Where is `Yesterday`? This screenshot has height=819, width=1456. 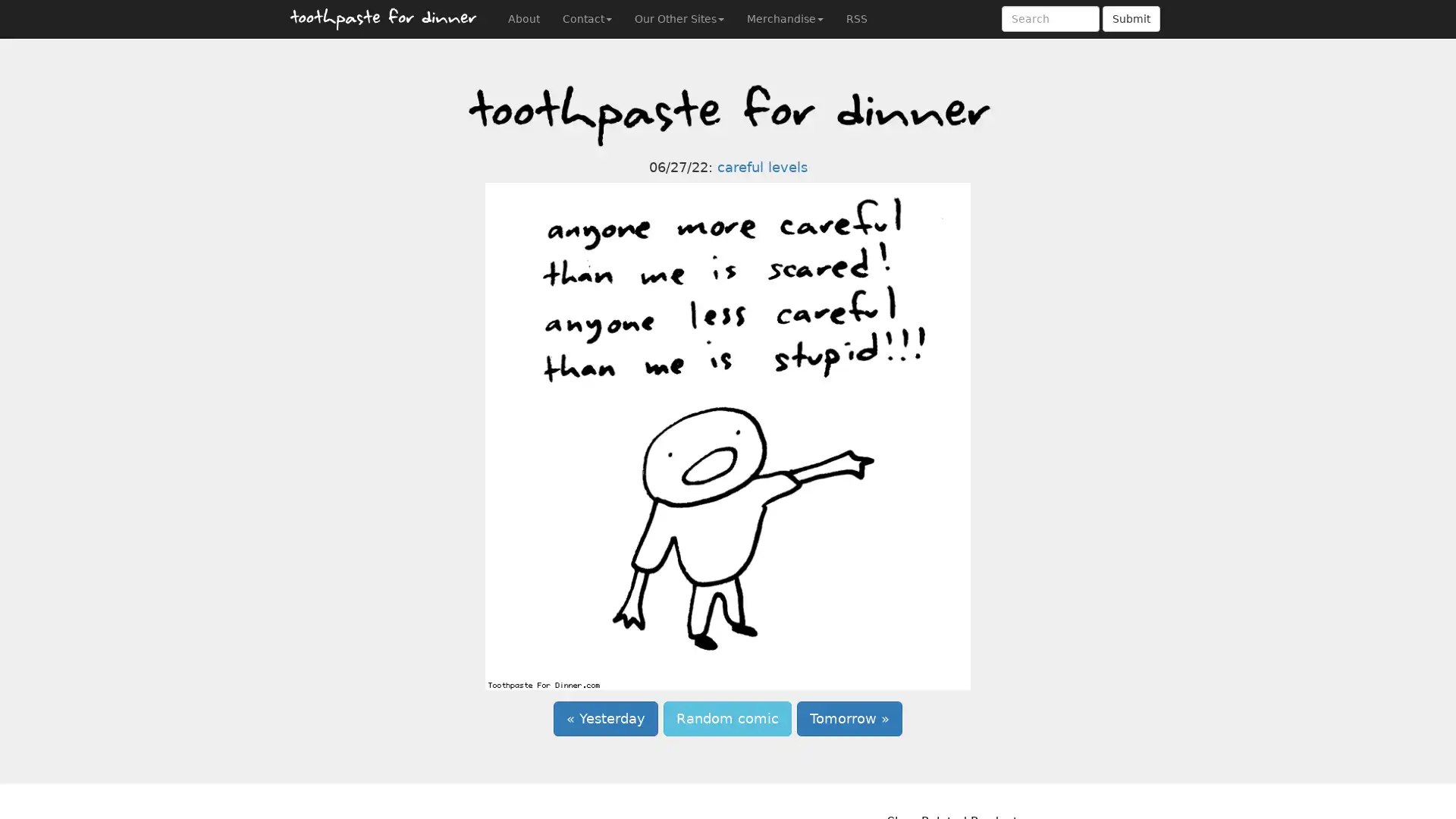 Yesterday is located at coordinates (604, 718).